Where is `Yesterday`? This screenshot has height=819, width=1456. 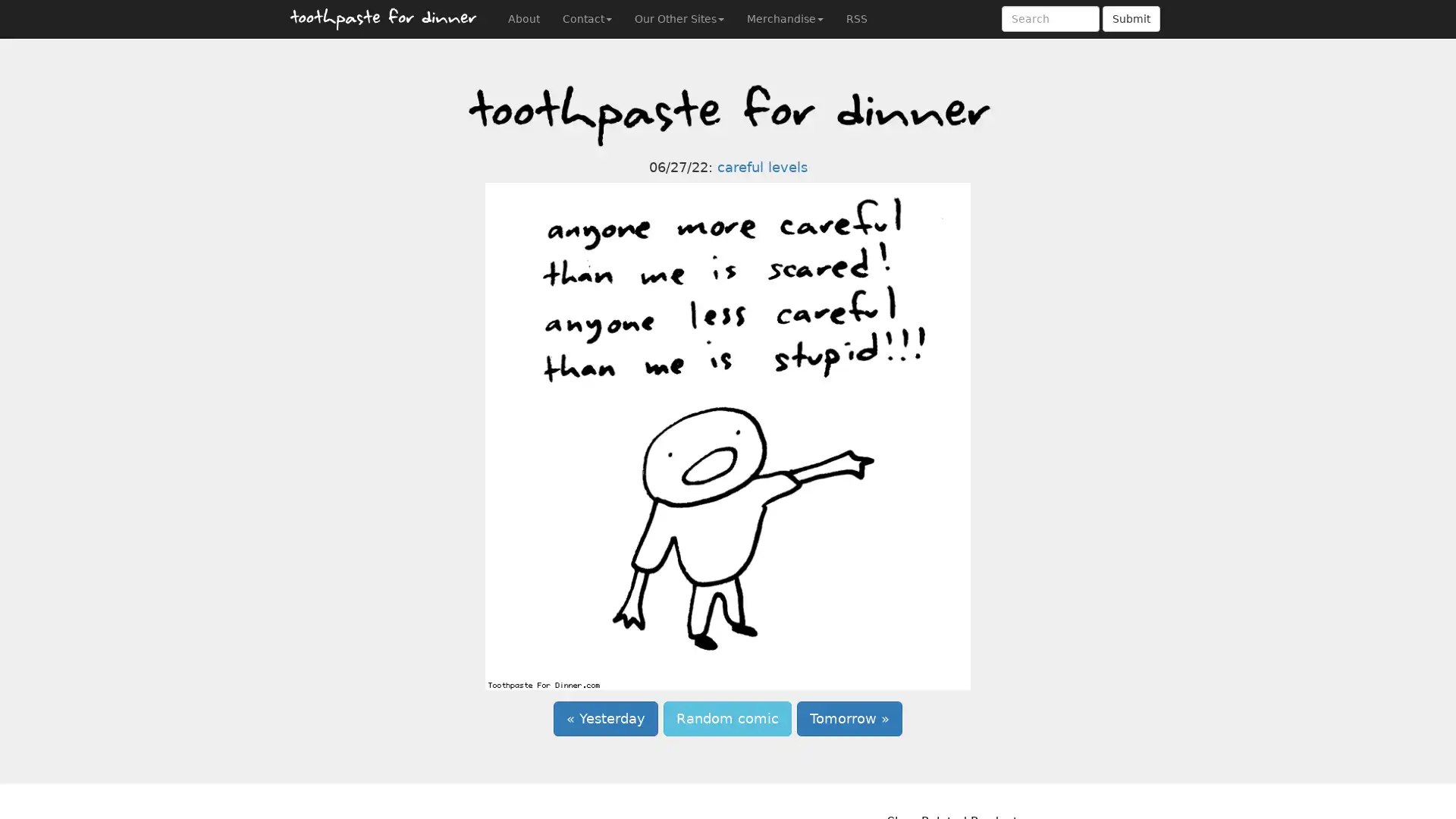 Yesterday is located at coordinates (604, 718).